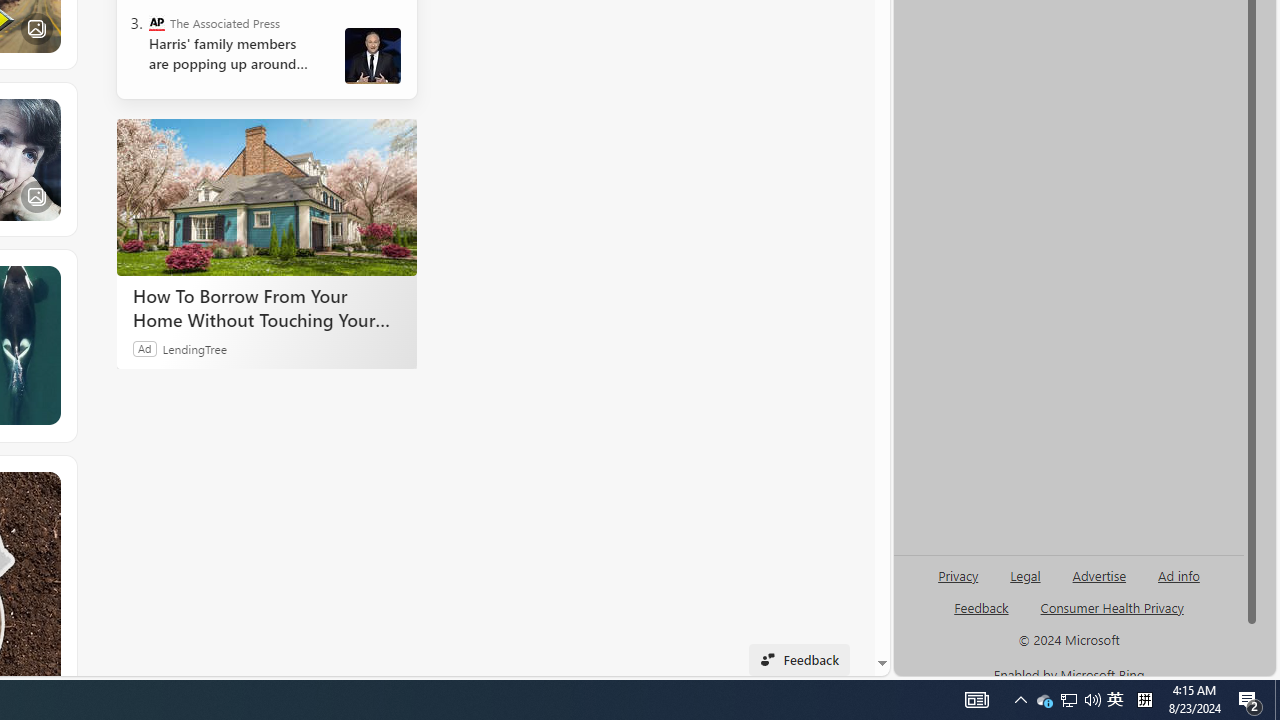  I want to click on 'AutomationID: sb_feedback', so click(981, 606).